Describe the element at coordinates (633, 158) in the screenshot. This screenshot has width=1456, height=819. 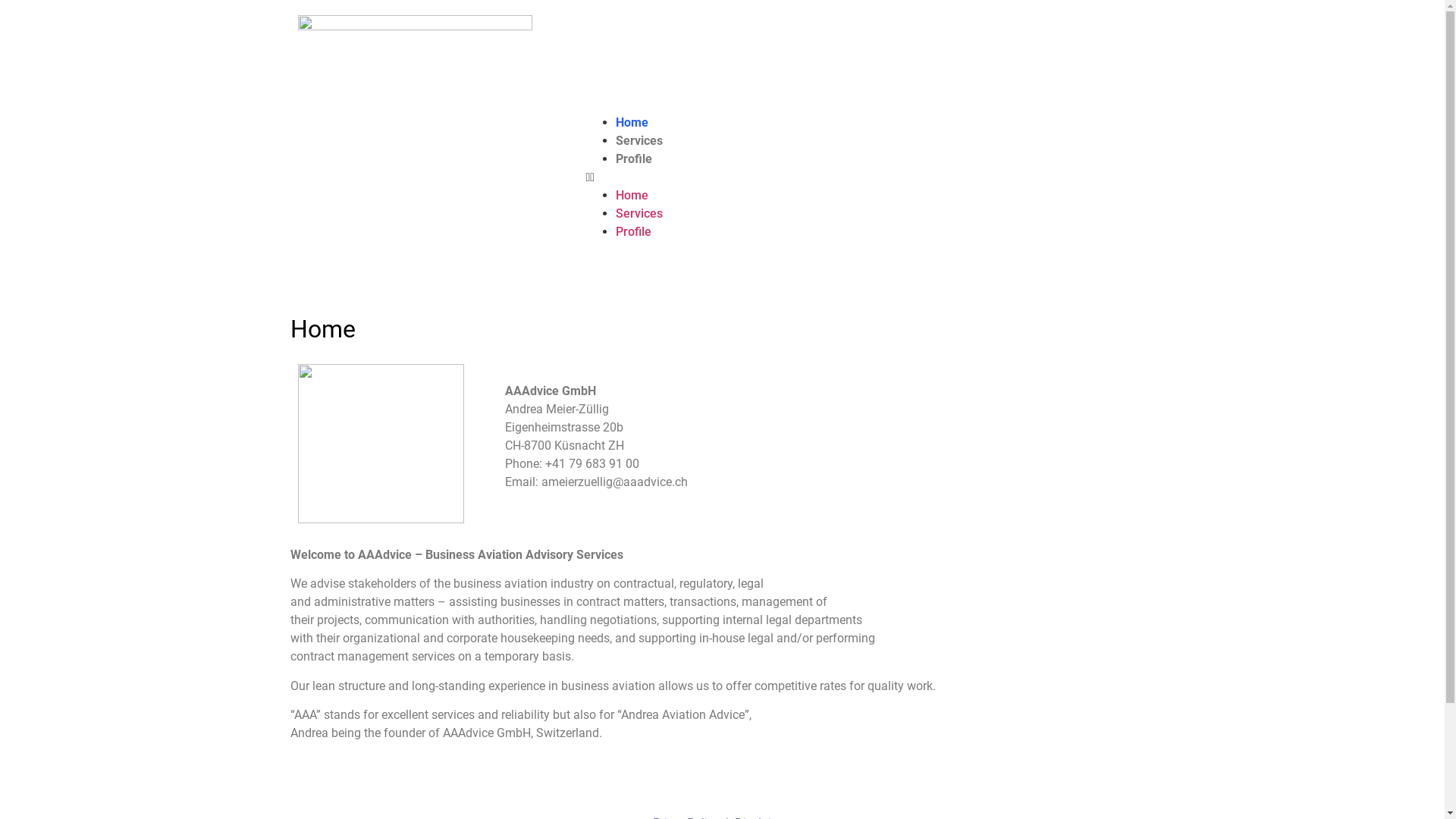
I see `'Profile'` at that location.